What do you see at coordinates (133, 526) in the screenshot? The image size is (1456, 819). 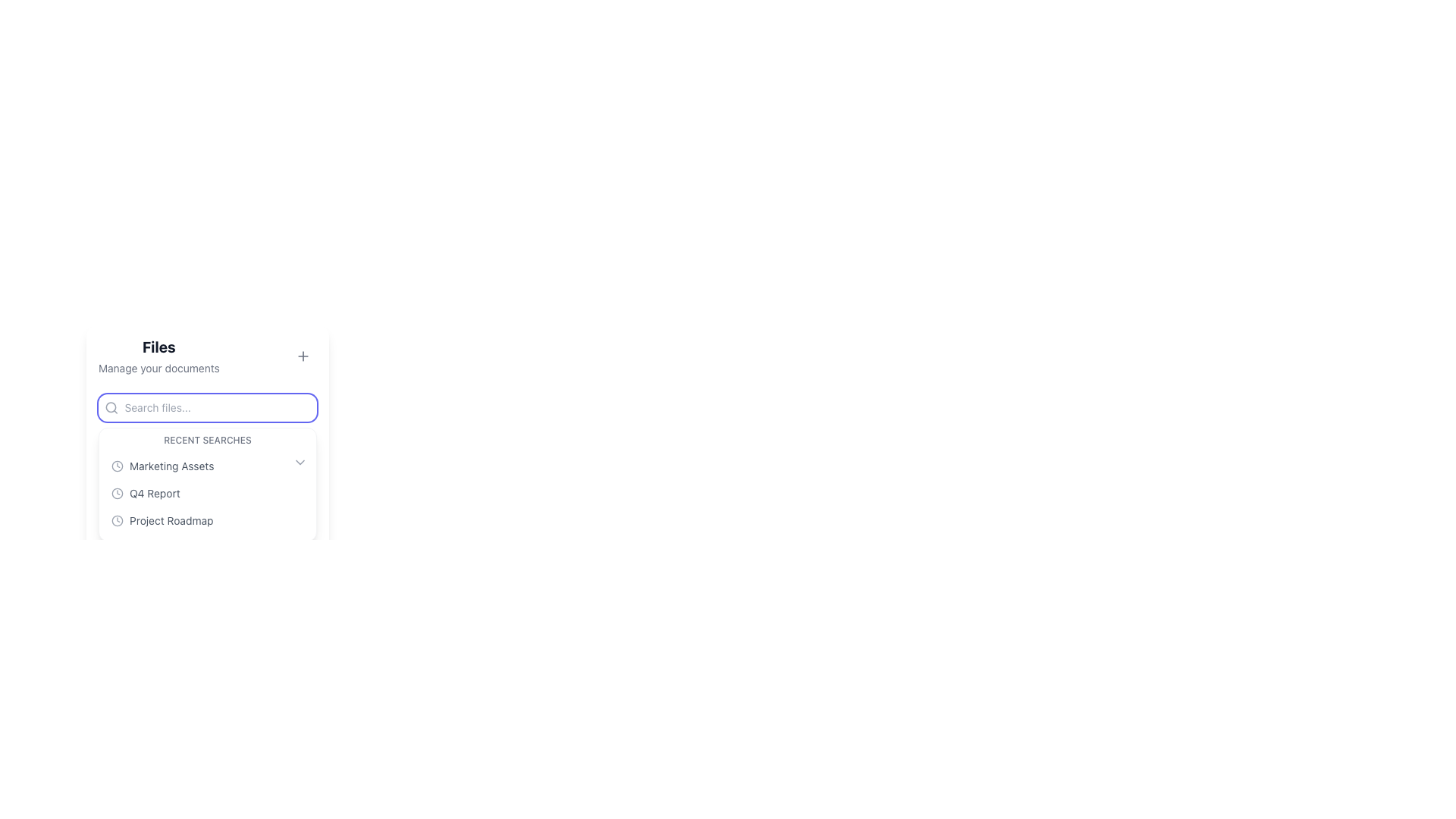 I see `the small rectangular file document icon located to the left of the text 'Project Roadmap' within the 'Recent Searches' section` at bounding box center [133, 526].